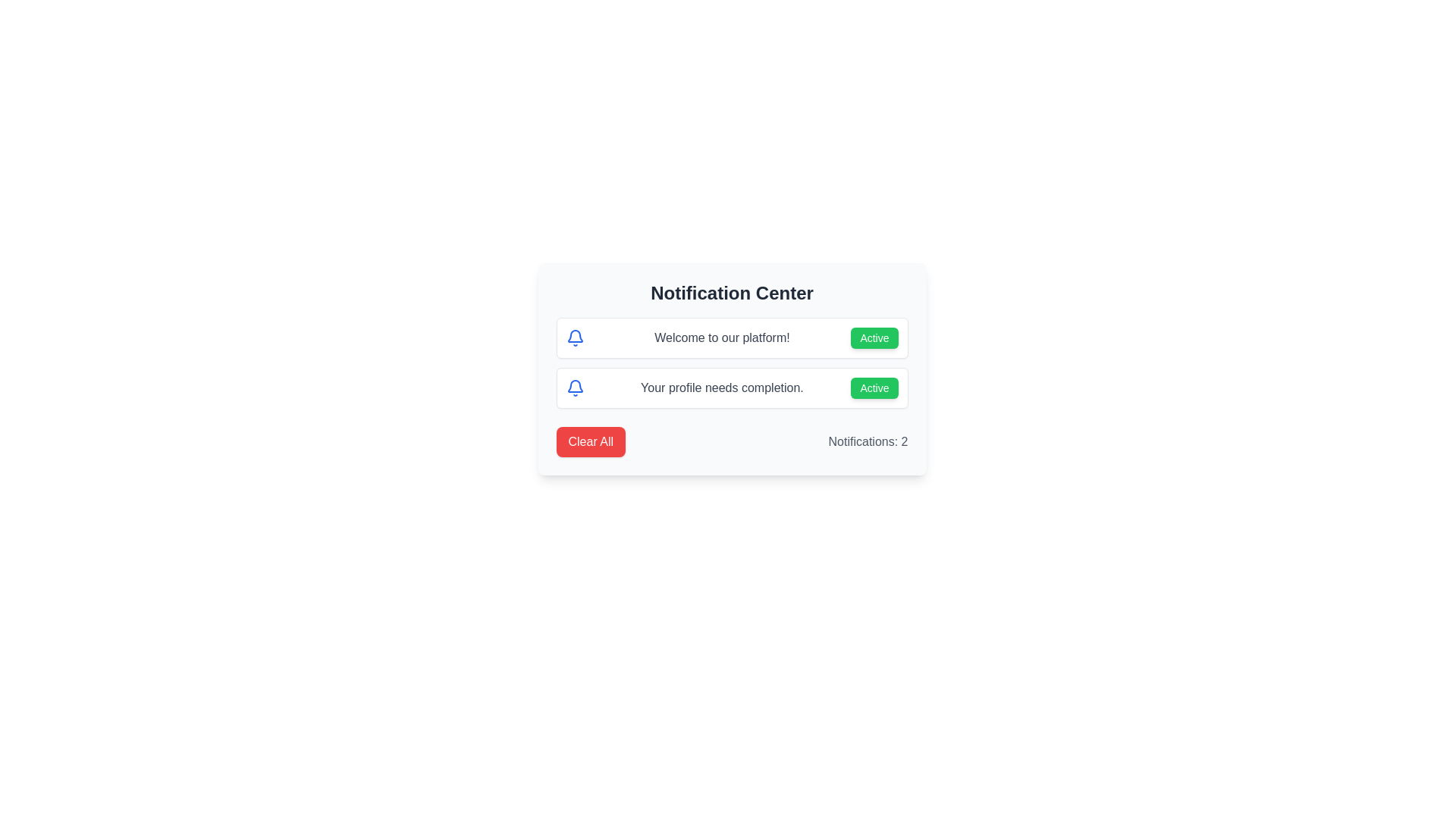 This screenshot has width=1456, height=819. I want to click on the bell icon representing the notification for the welcome message, located at the far left of the entry row containing the text 'Welcome to our platform!', so click(574, 337).